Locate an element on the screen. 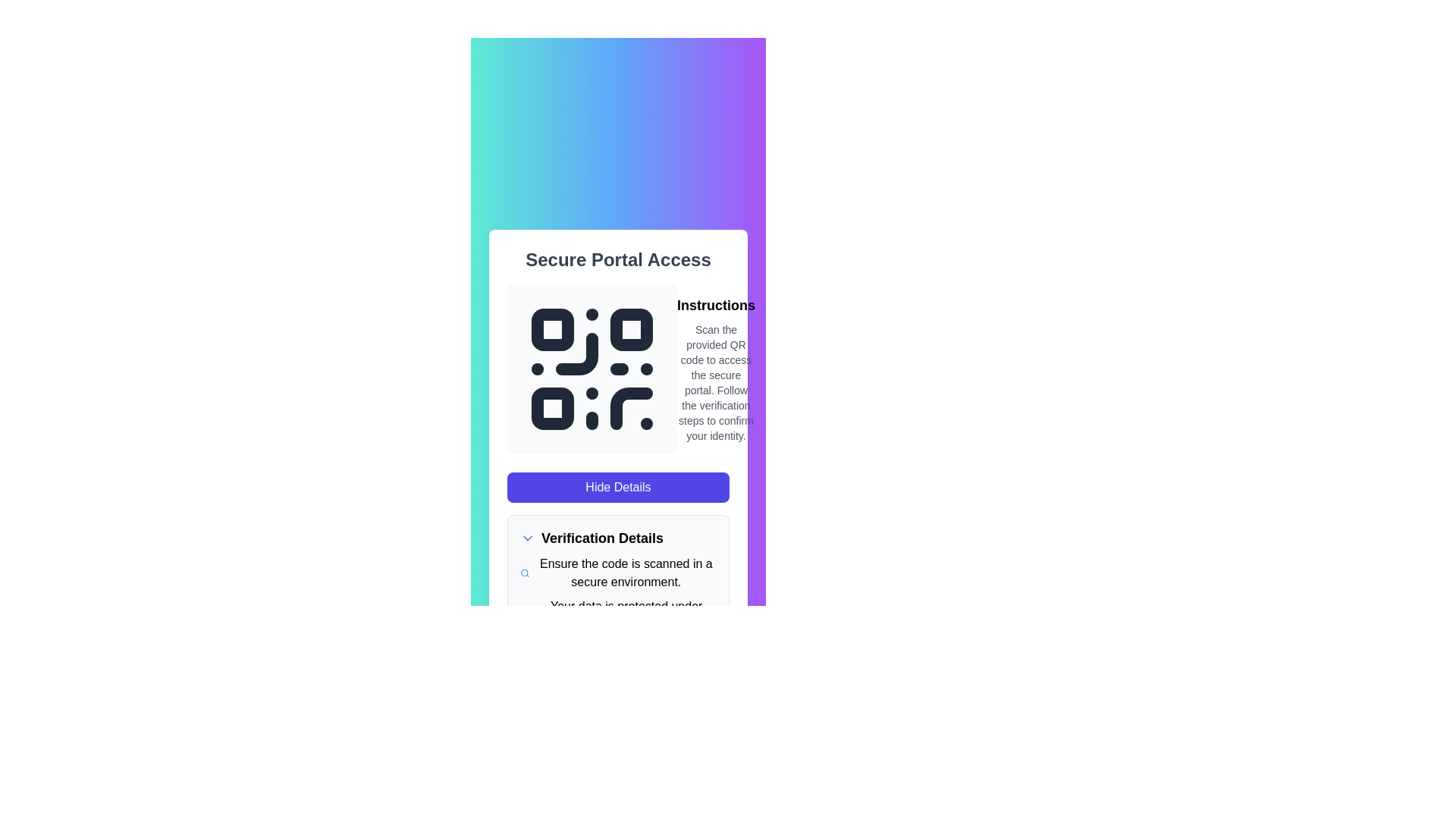  the chevron-down icon representing the toggle for the 'Verification Details' section is located at coordinates (528, 537).